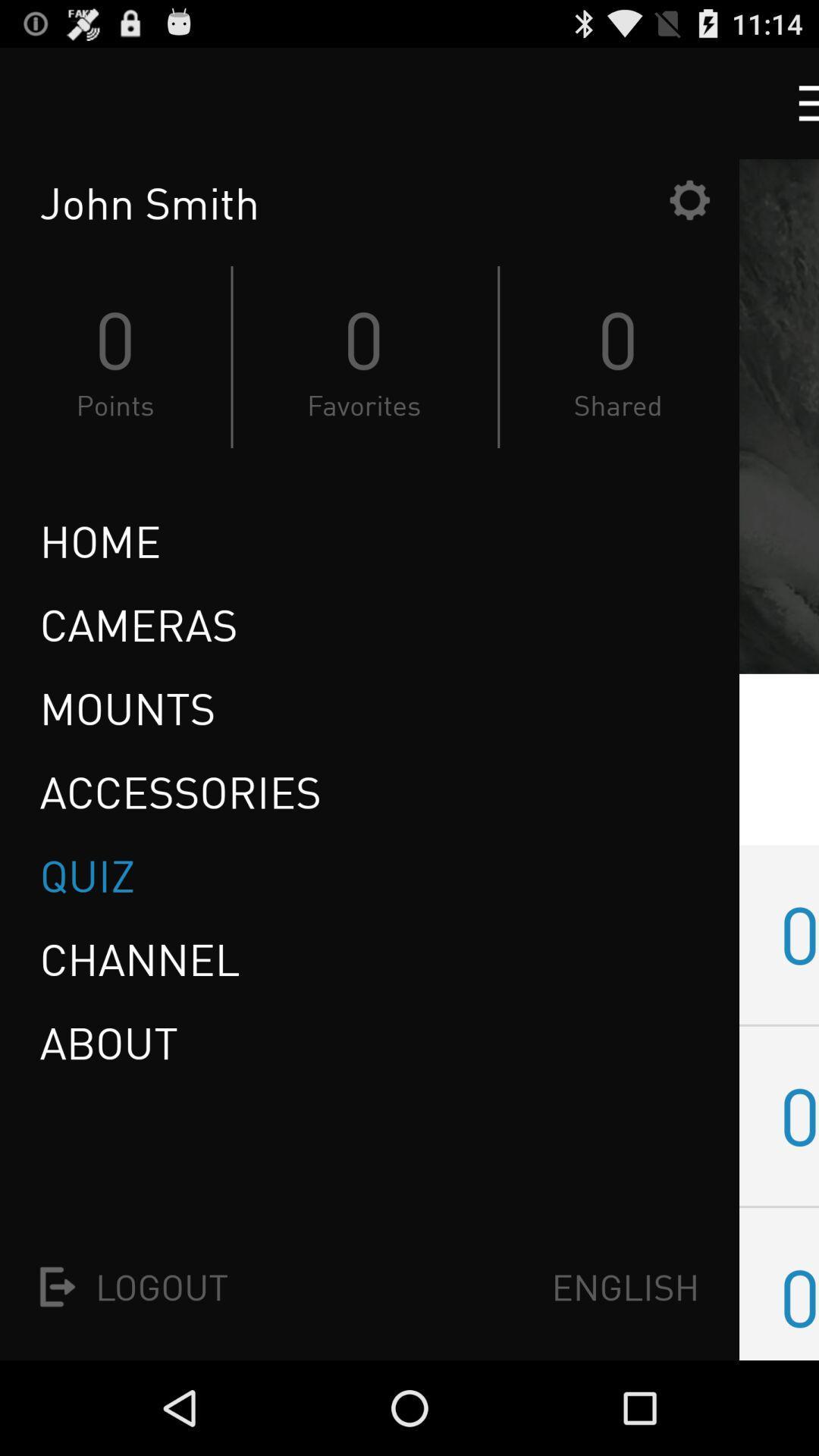  I want to click on the settings icon, so click(689, 213).